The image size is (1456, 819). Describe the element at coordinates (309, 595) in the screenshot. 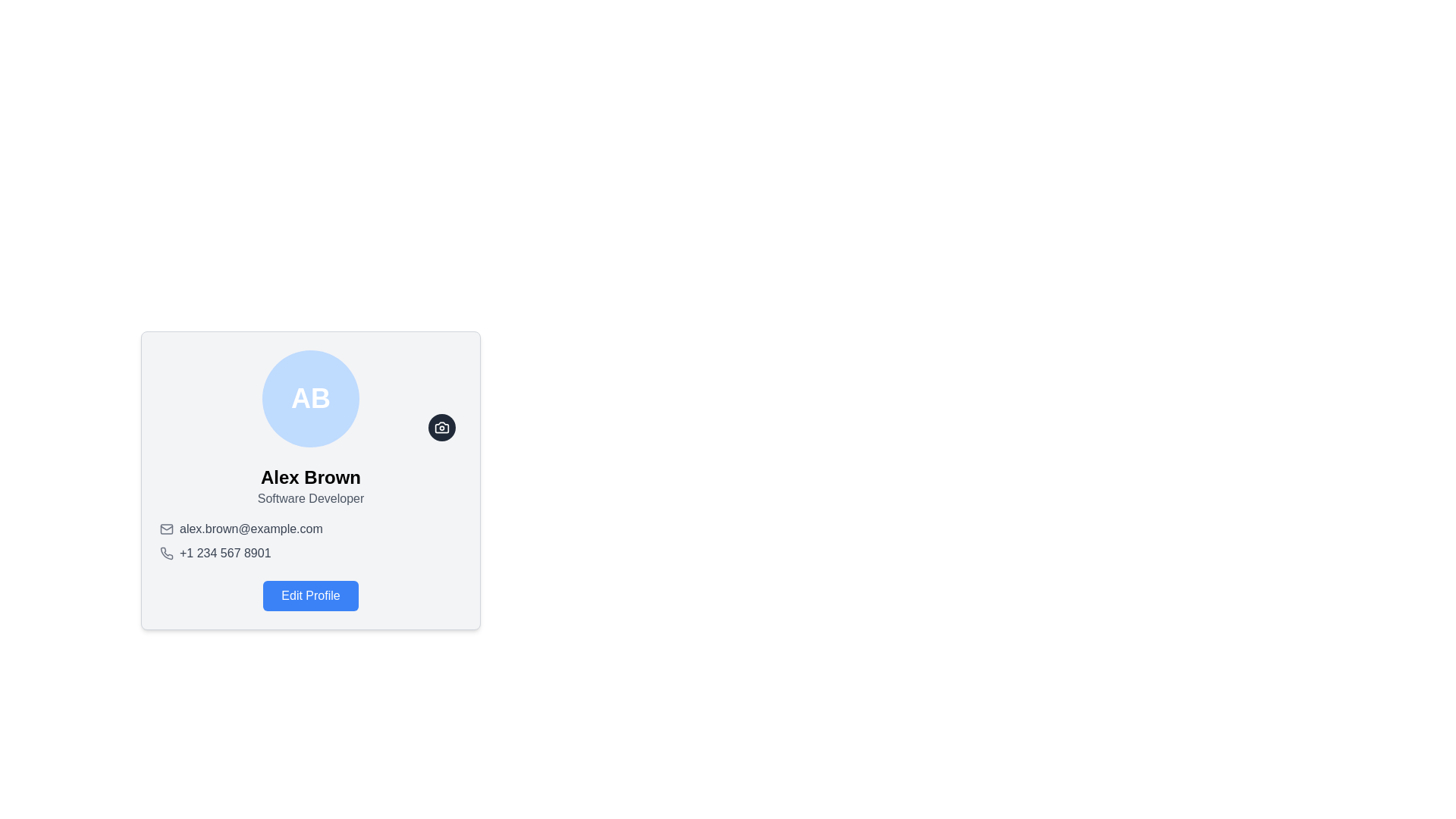

I see `the rectangular blue button labeled 'Edit Profile' that is located centrally below the email and phone number in the user profile card` at that location.